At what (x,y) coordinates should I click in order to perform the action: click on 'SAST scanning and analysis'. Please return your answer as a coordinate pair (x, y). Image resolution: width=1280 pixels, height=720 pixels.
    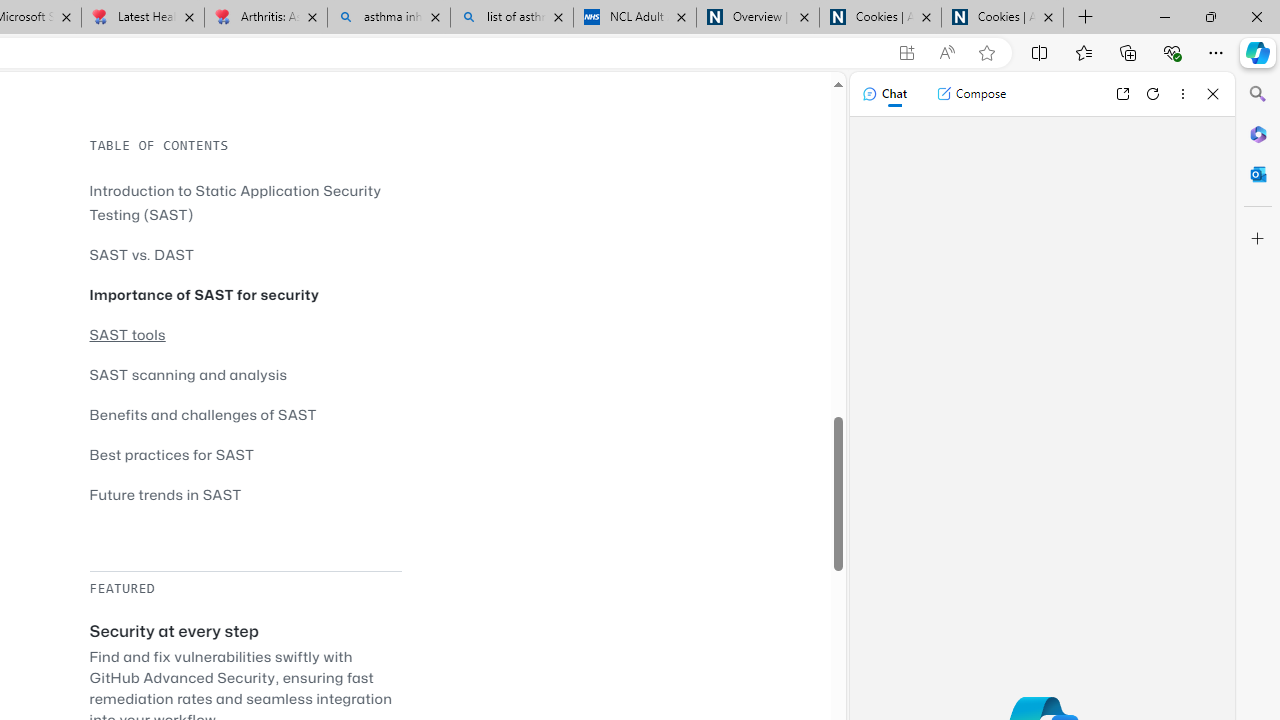
    Looking at the image, I should click on (244, 374).